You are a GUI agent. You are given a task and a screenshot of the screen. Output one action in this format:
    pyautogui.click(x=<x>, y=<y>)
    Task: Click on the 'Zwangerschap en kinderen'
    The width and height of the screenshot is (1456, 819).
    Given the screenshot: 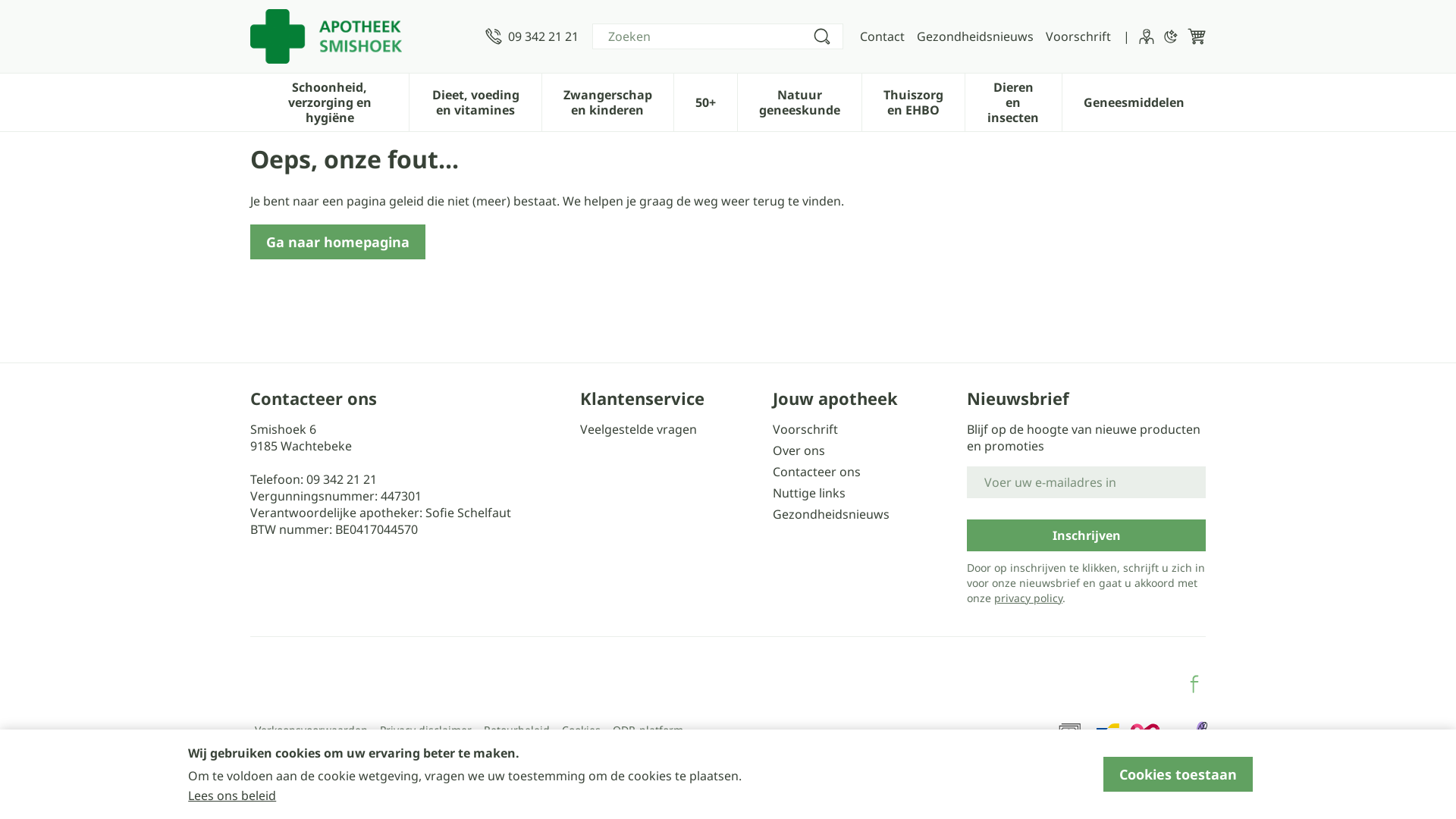 What is the action you would take?
    pyautogui.click(x=607, y=100)
    